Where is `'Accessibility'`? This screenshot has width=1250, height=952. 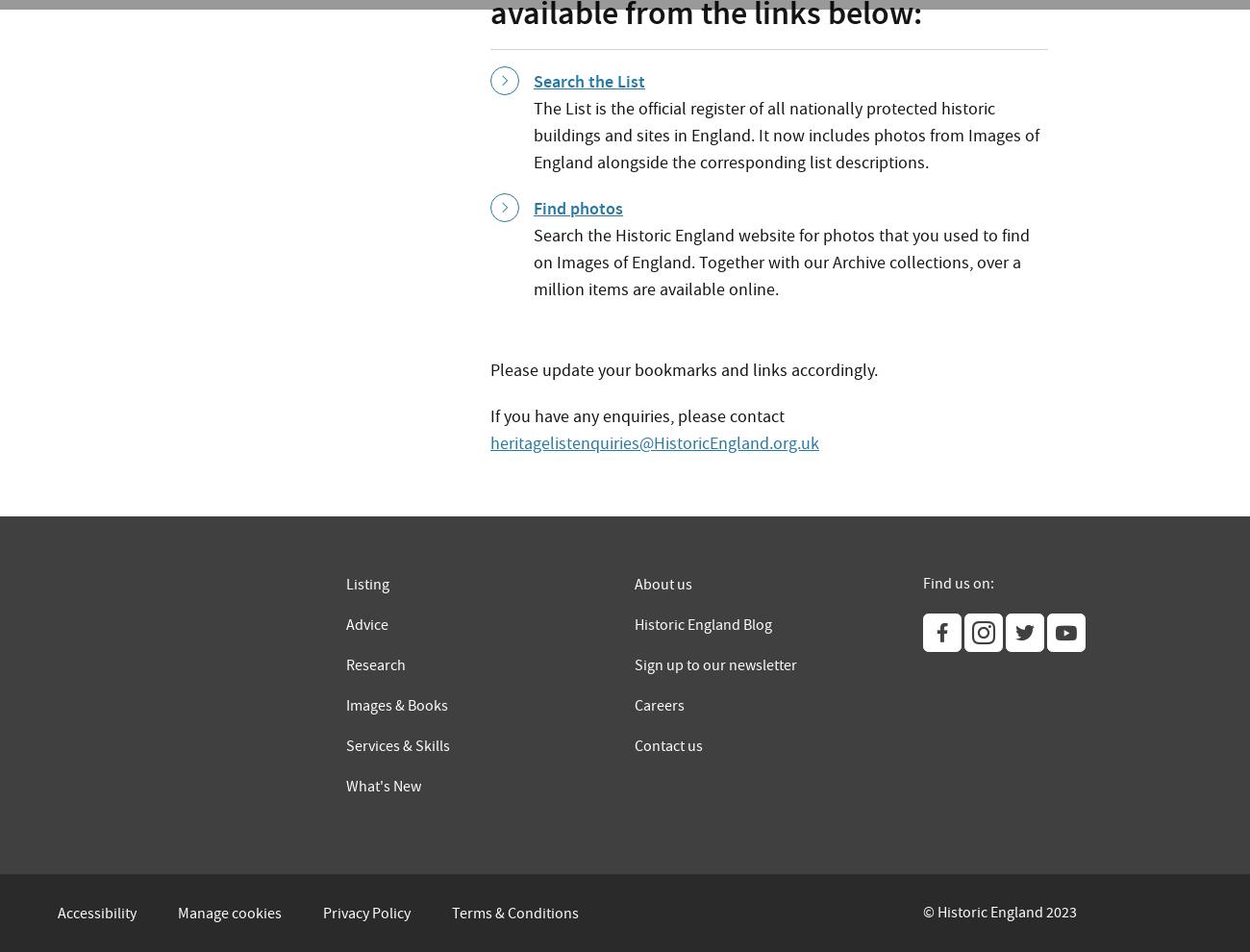
'Accessibility' is located at coordinates (58, 913).